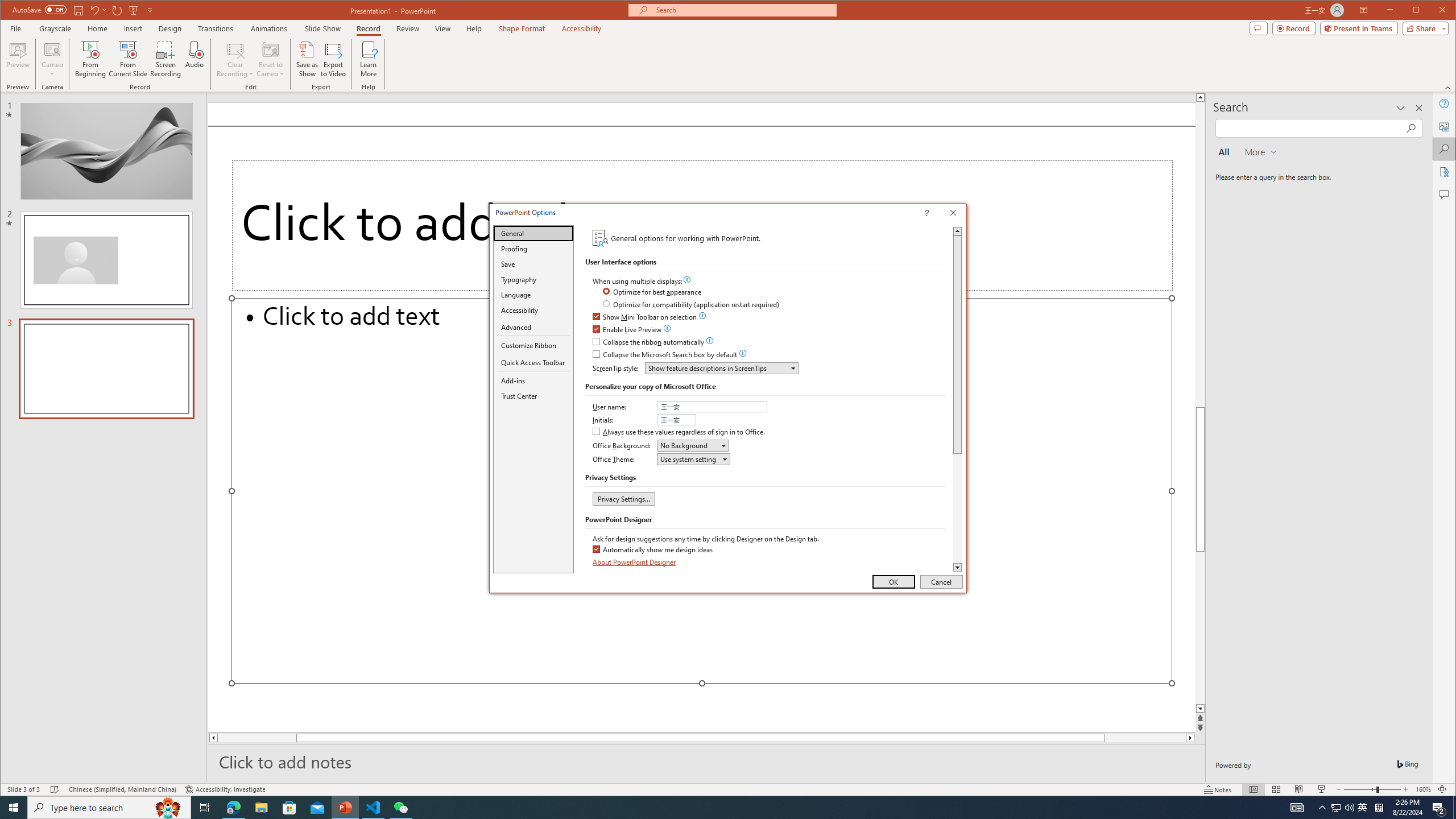  Describe the element at coordinates (127, 59) in the screenshot. I see `'From Current Slide...'` at that location.